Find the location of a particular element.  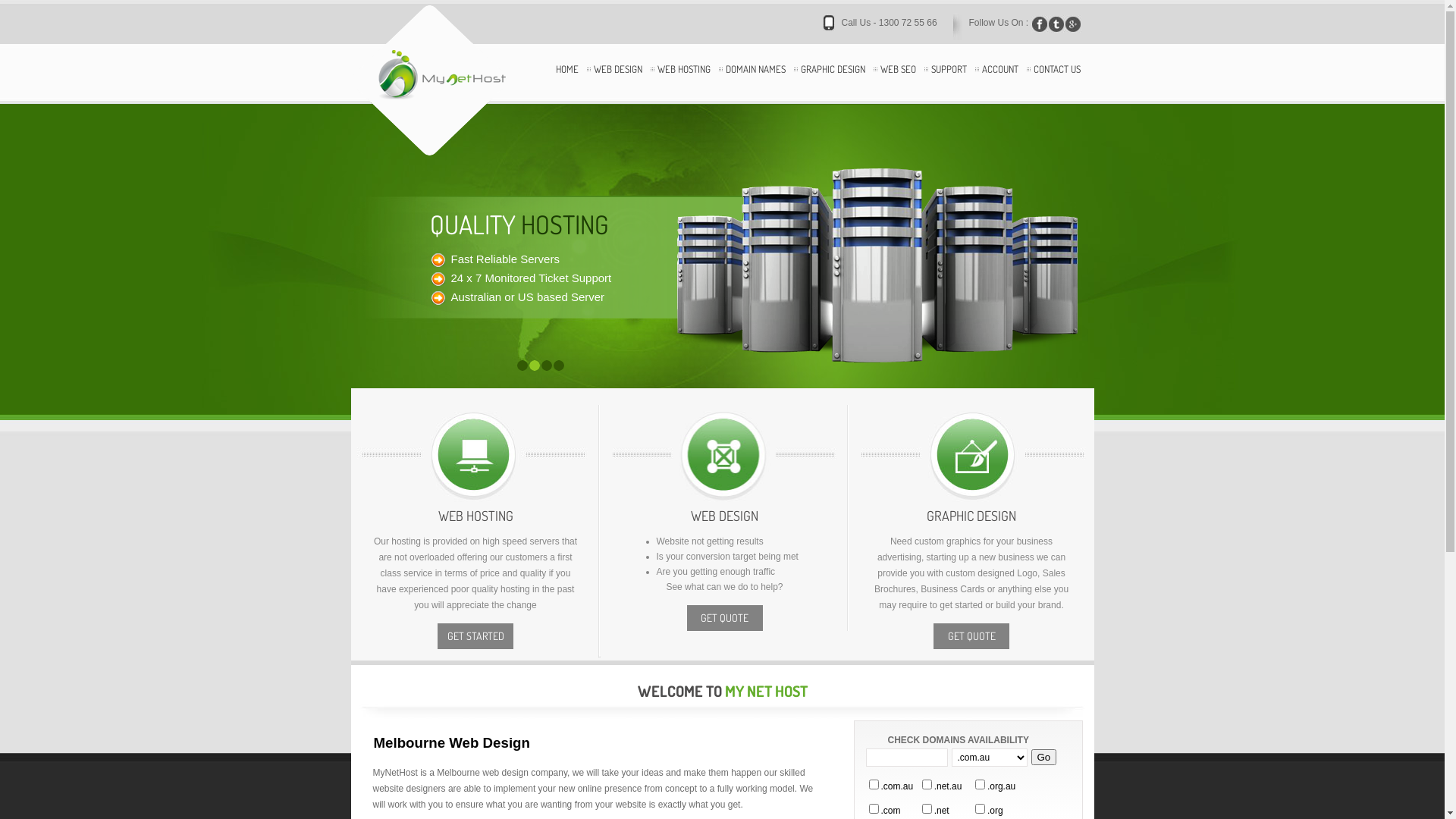

'GET STARTED' is located at coordinates (475, 636).